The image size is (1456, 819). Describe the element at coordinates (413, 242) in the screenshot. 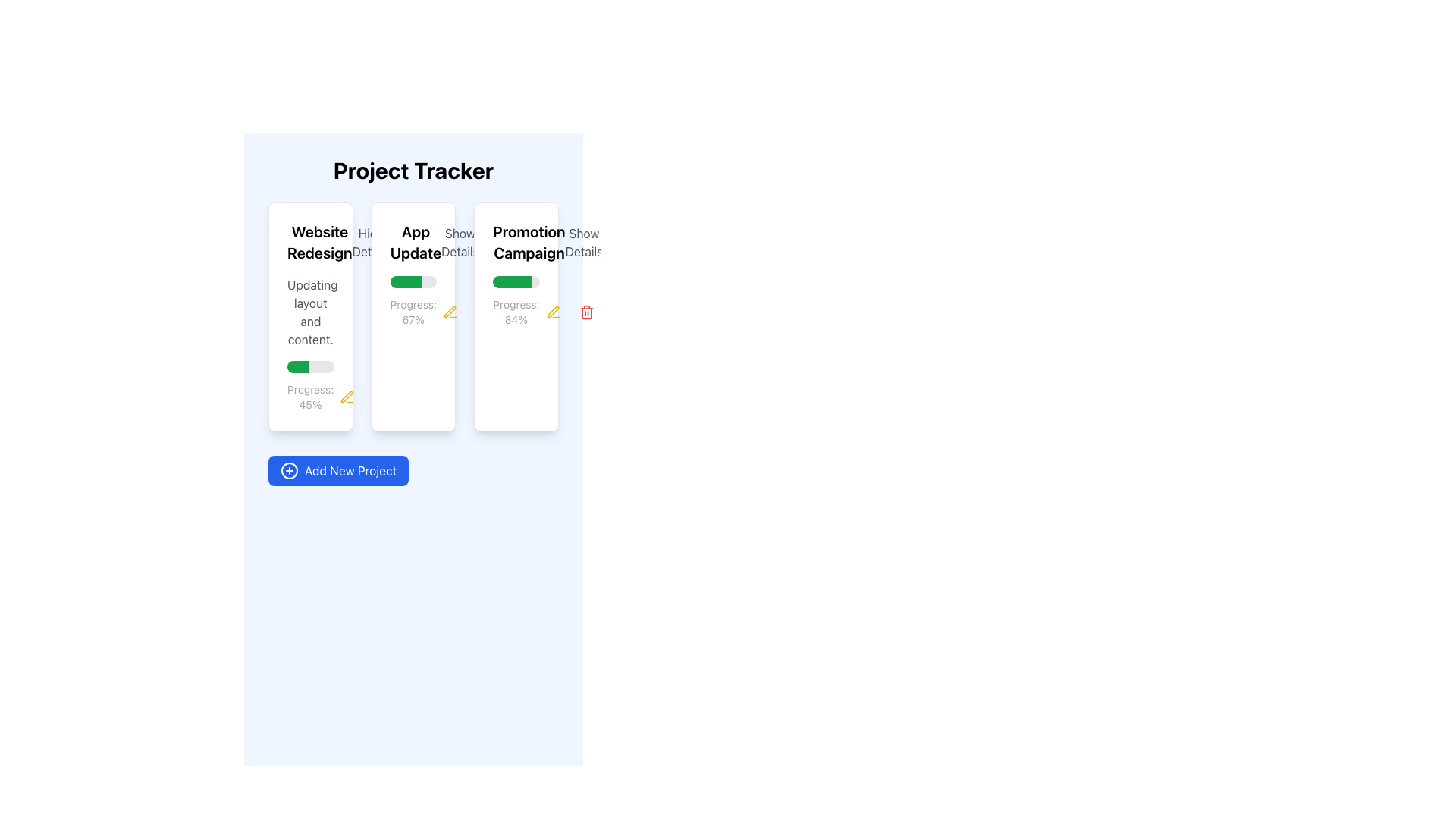

I see `the prominently styled 'App Update' text label located at the top of the card in the center of the interface` at that location.